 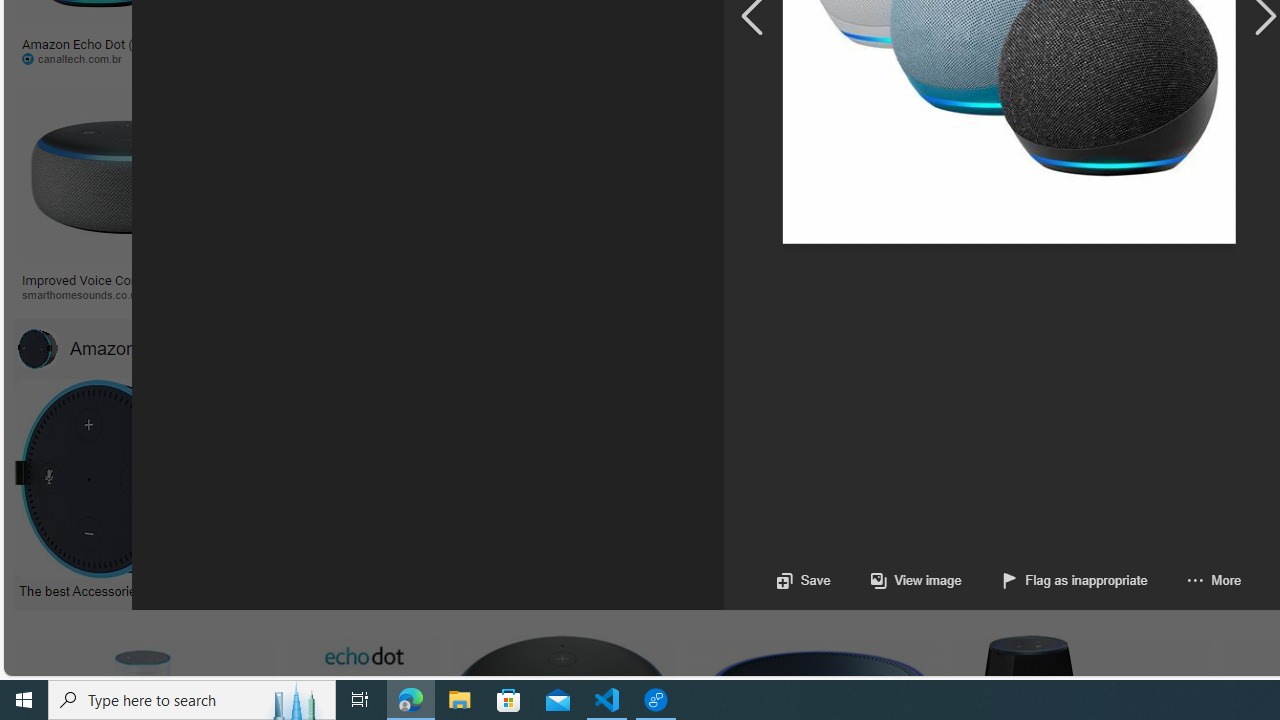 I want to click on 'Save', so click(x=803, y=580).